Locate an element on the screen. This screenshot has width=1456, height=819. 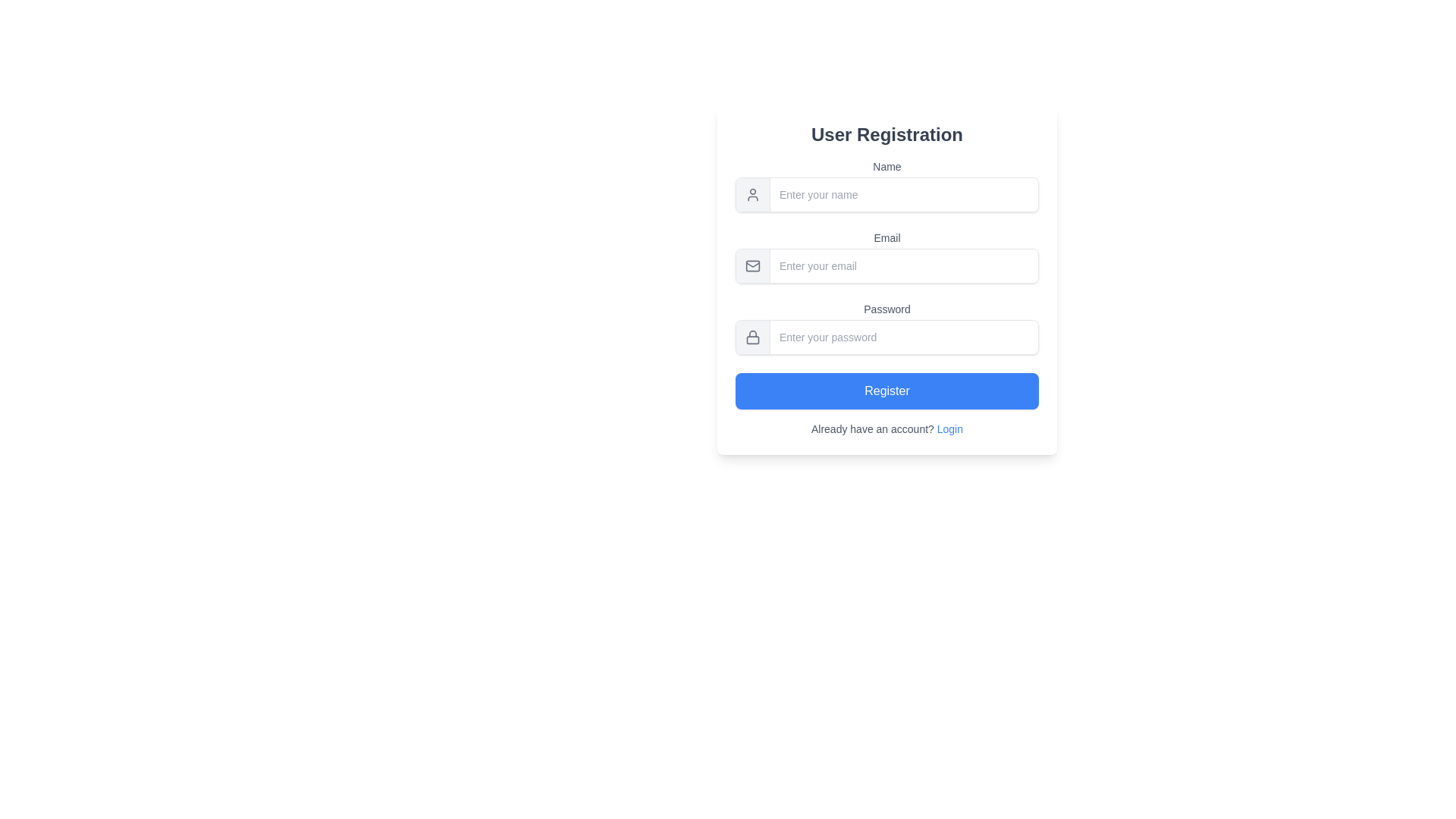
the blue rectangular button labeled 'Register' located at the bottom of the form is located at coordinates (887, 391).